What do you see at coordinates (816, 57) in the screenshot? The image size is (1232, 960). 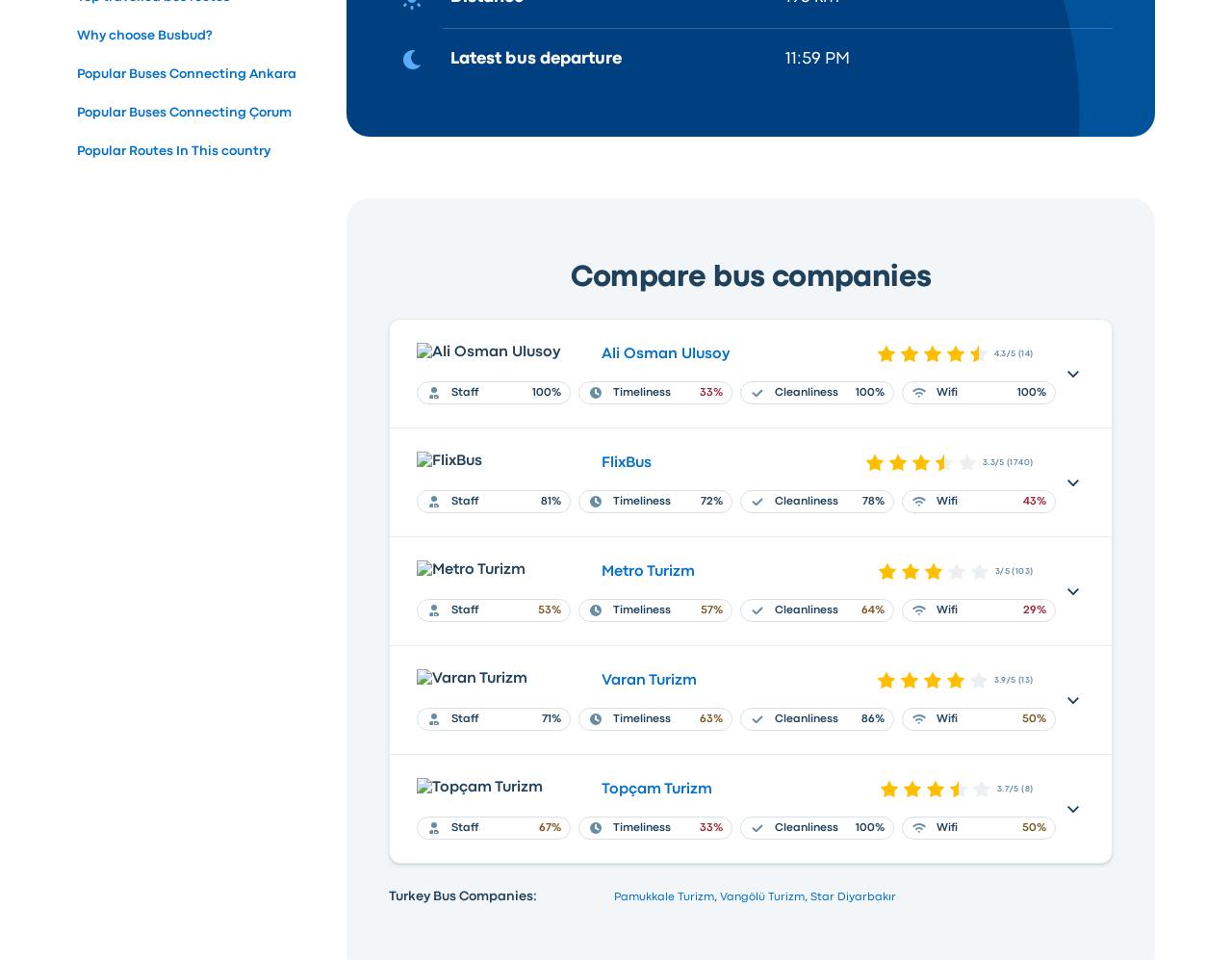 I see `'11:59 PM'` at bounding box center [816, 57].